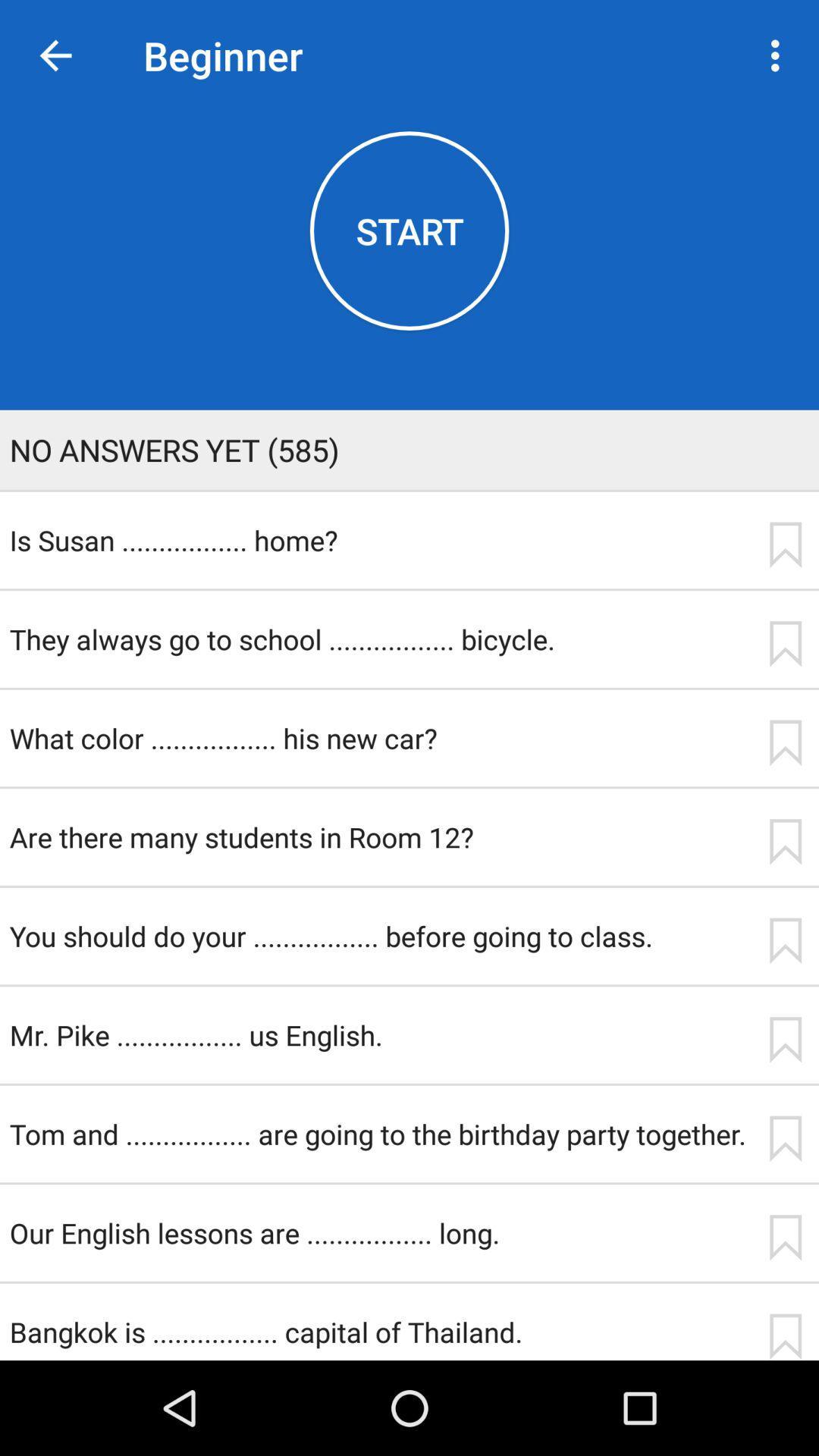 The height and width of the screenshot is (1456, 819). I want to click on the app next to our english lessons app, so click(785, 1238).